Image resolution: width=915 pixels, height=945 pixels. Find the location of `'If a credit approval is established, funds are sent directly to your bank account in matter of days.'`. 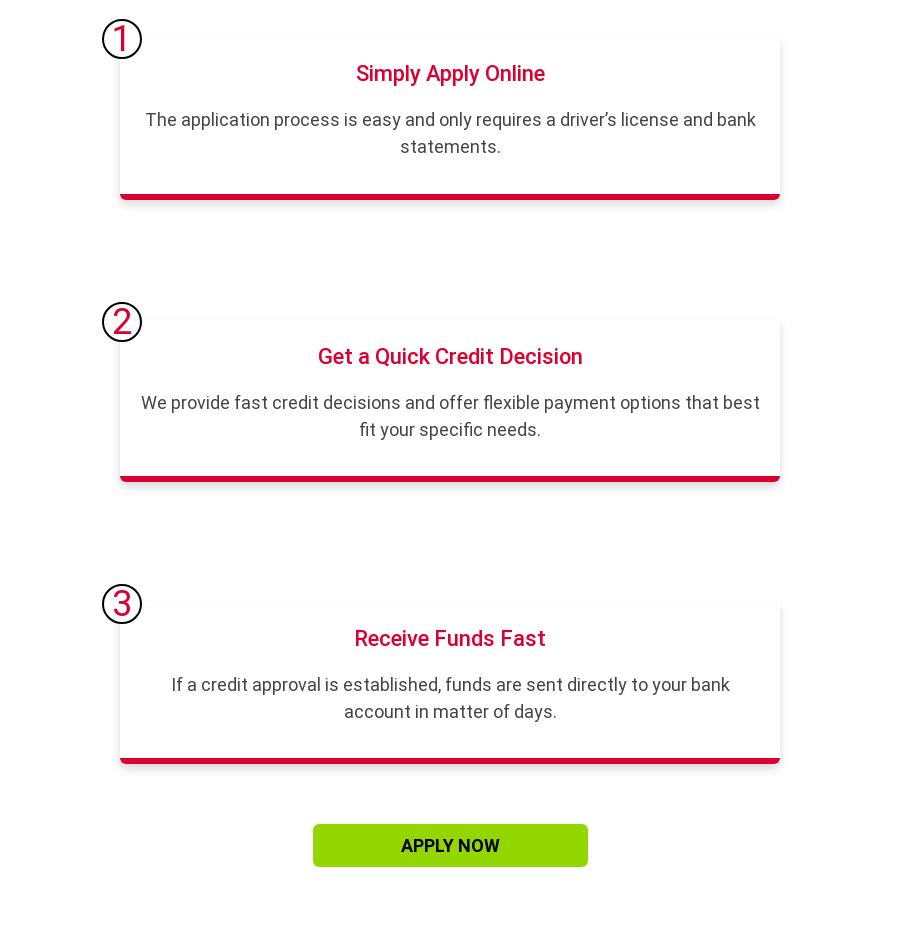

'If a credit approval is established, funds are sent directly to your bank account in matter of days.' is located at coordinates (449, 697).